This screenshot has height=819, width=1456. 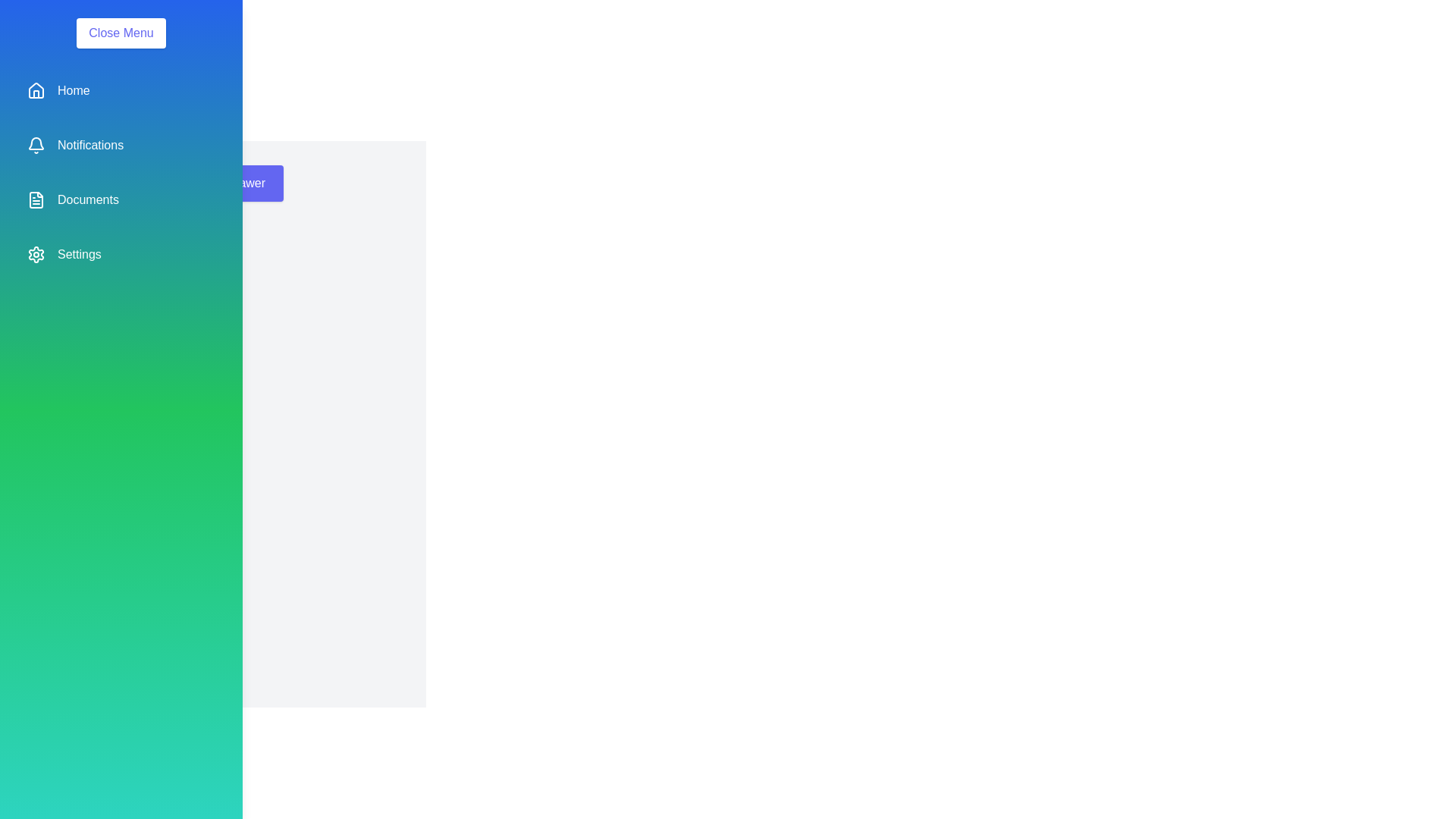 What do you see at coordinates (225, 183) in the screenshot?
I see `the 'Toggle Drawer' button to observe the layout change` at bounding box center [225, 183].